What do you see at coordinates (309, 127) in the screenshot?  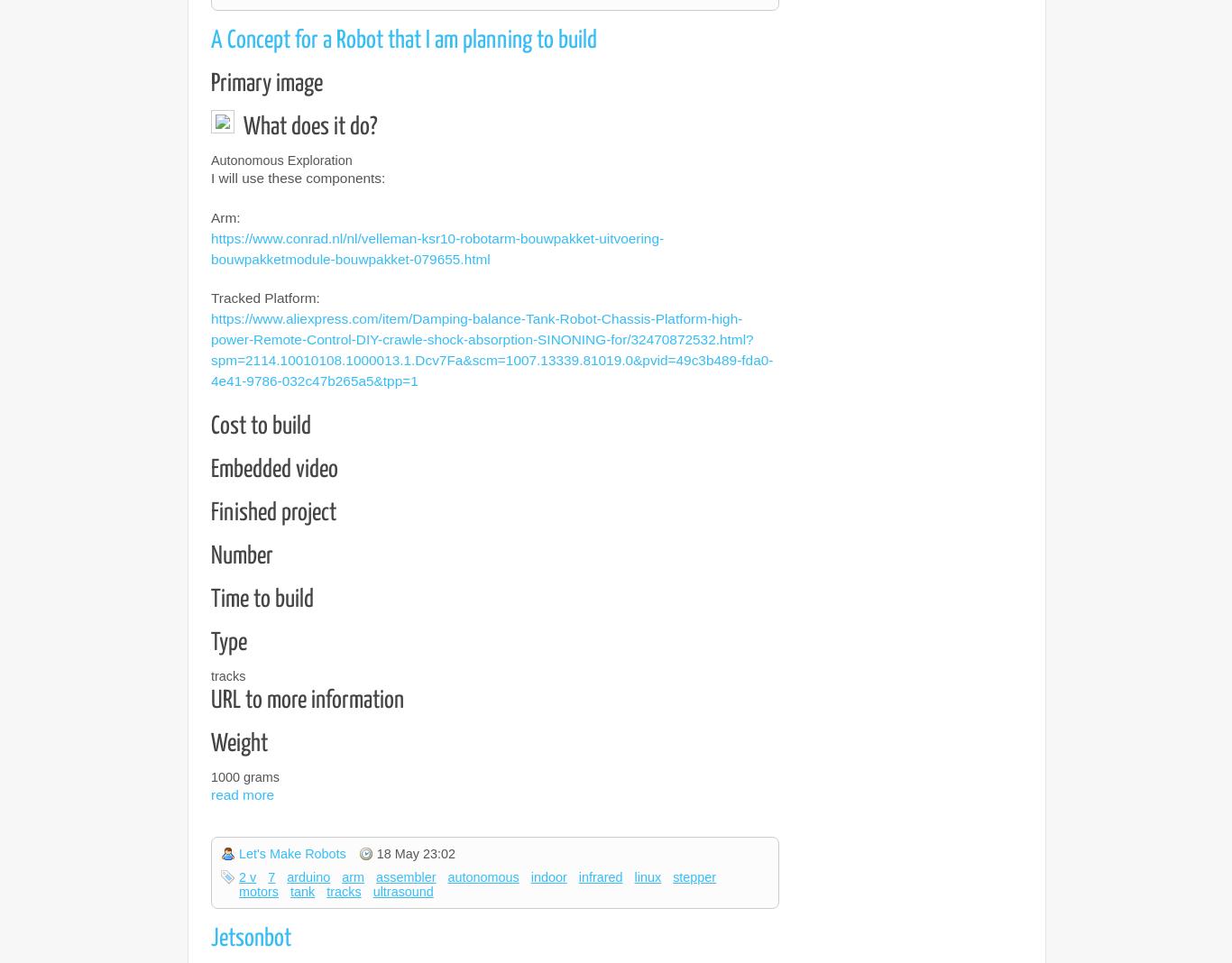 I see `'What does it do?'` at bounding box center [309, 127].